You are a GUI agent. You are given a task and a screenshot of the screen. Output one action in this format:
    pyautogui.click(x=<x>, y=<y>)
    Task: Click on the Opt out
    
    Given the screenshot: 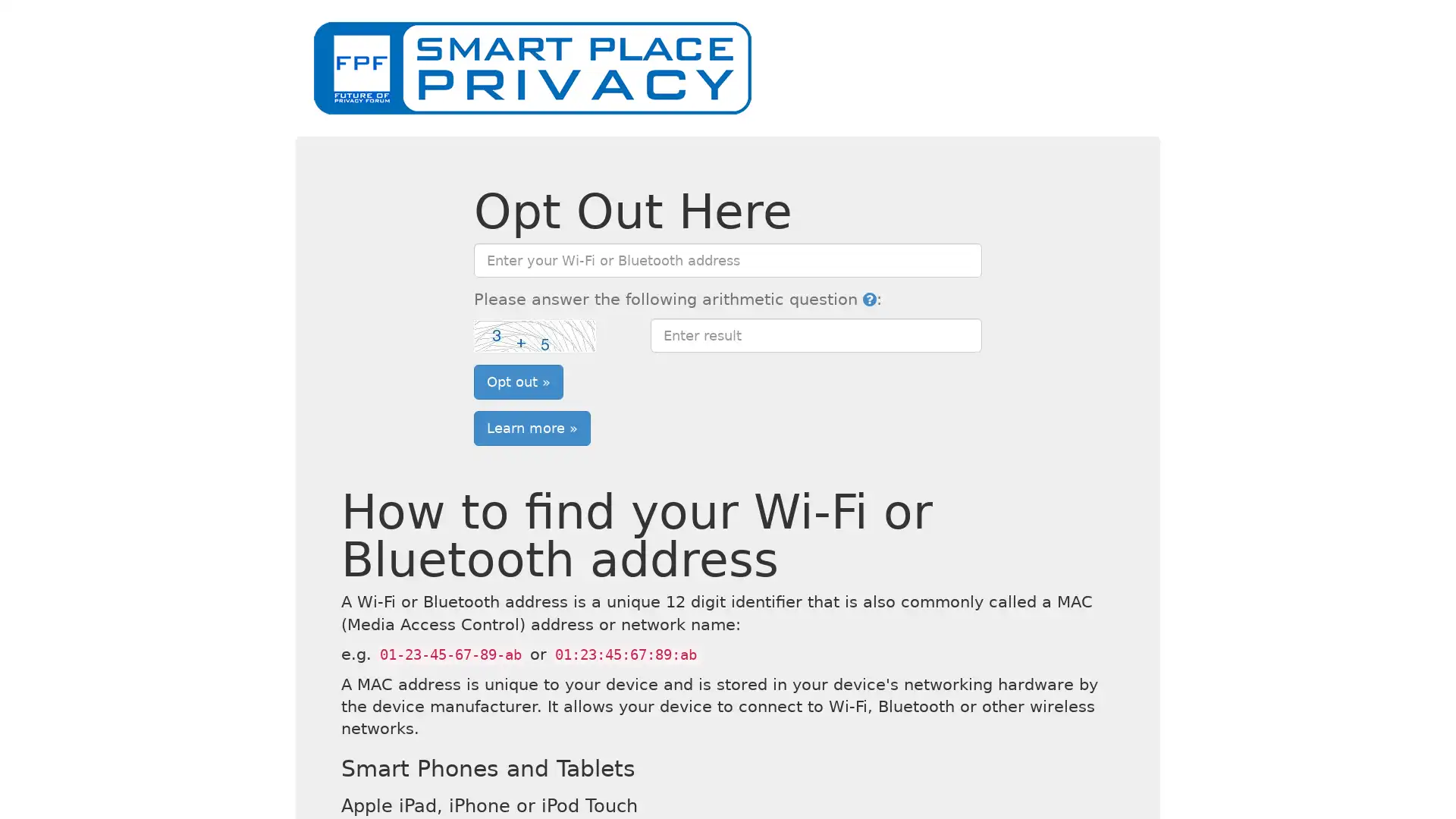 What is the action you would take?
    pyautogui.click(x=518, y=380)
    